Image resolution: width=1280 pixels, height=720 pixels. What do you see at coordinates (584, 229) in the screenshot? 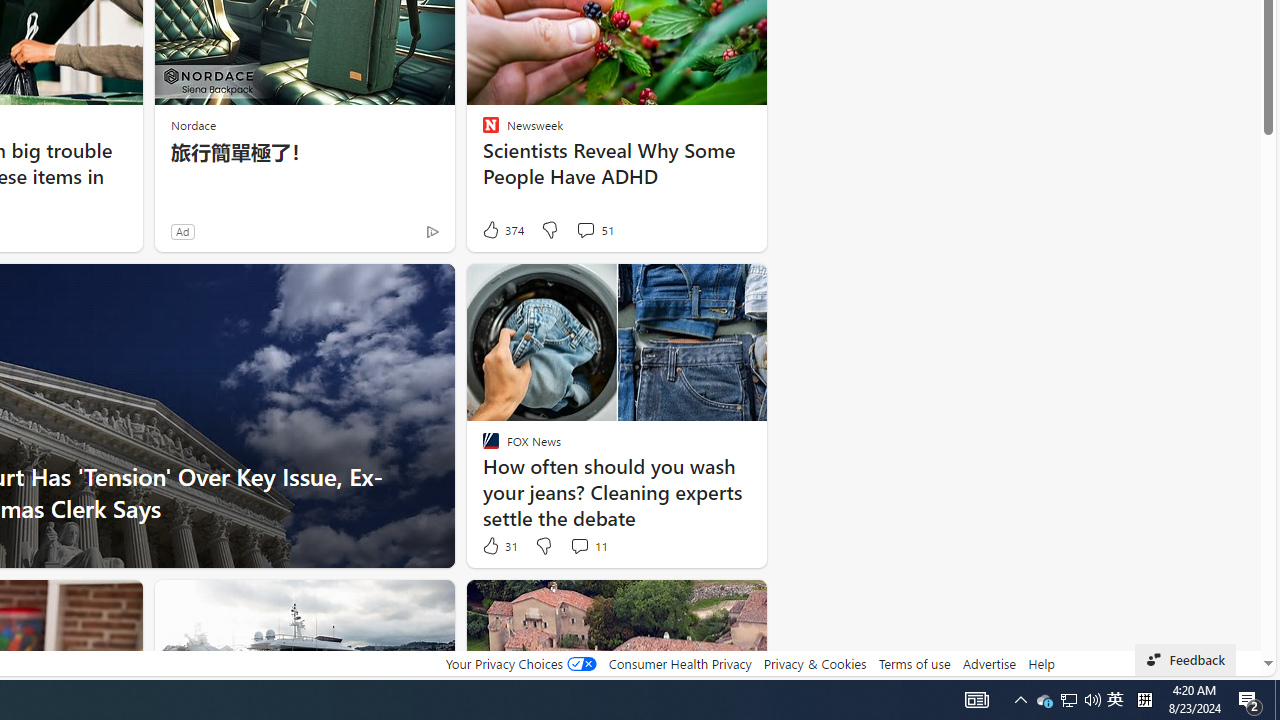
I see `'View comments 51 Comment'` at bounding box center [584, 229].